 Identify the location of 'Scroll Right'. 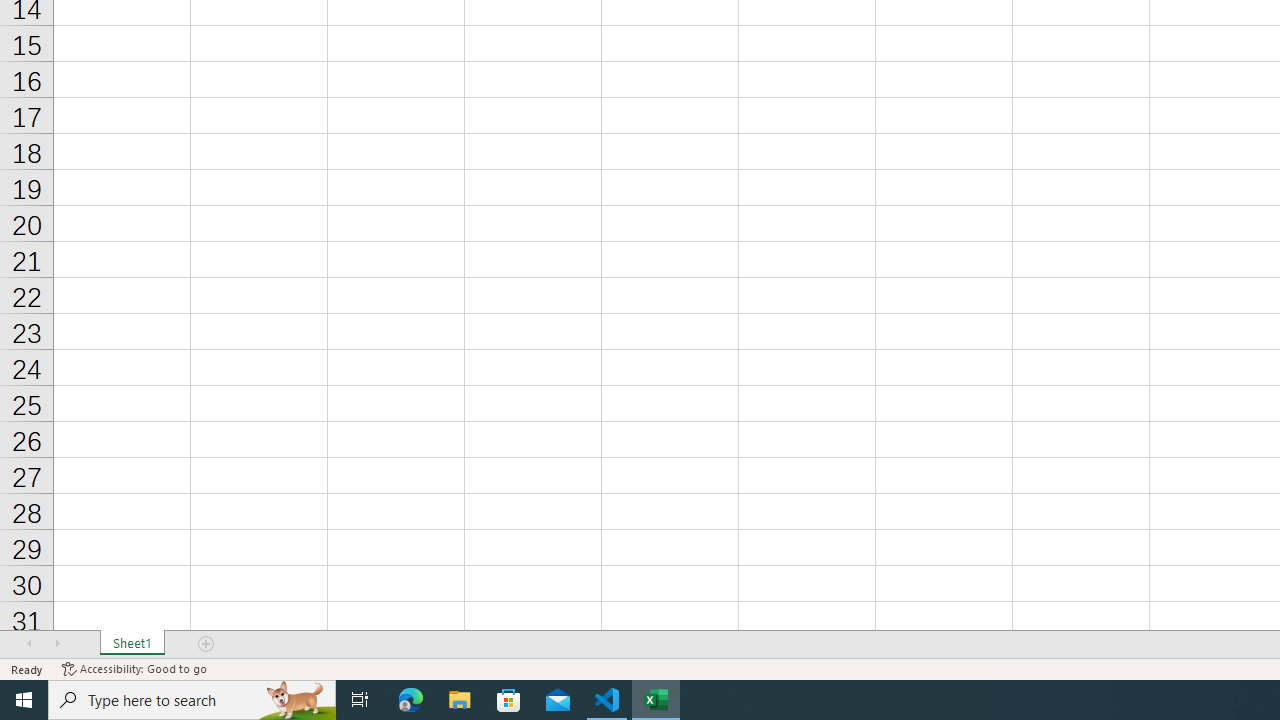
(57, 644).